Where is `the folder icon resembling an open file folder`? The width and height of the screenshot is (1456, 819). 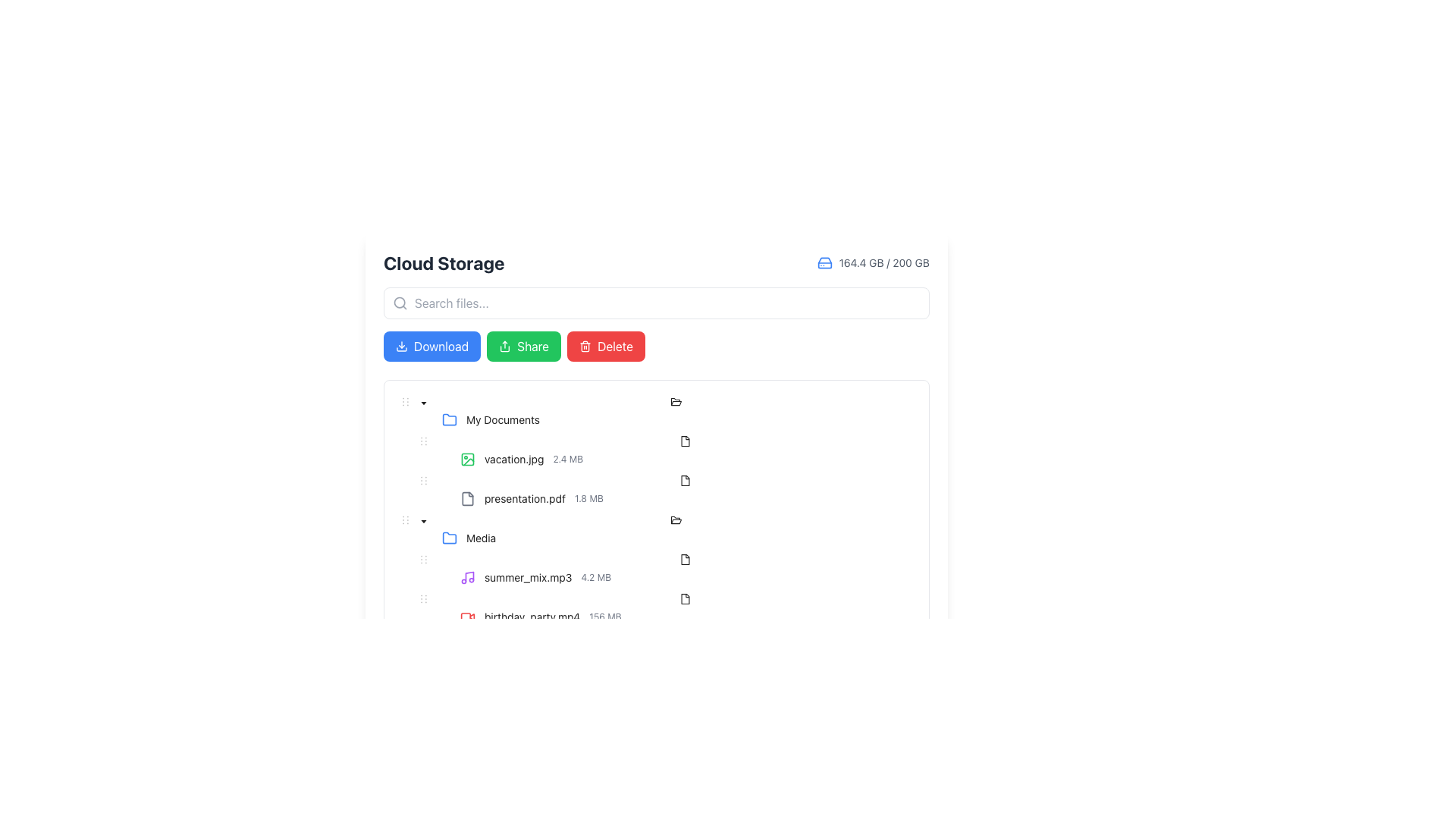 the folder icon resembling an open file folder is located at coordinates (676, 519).